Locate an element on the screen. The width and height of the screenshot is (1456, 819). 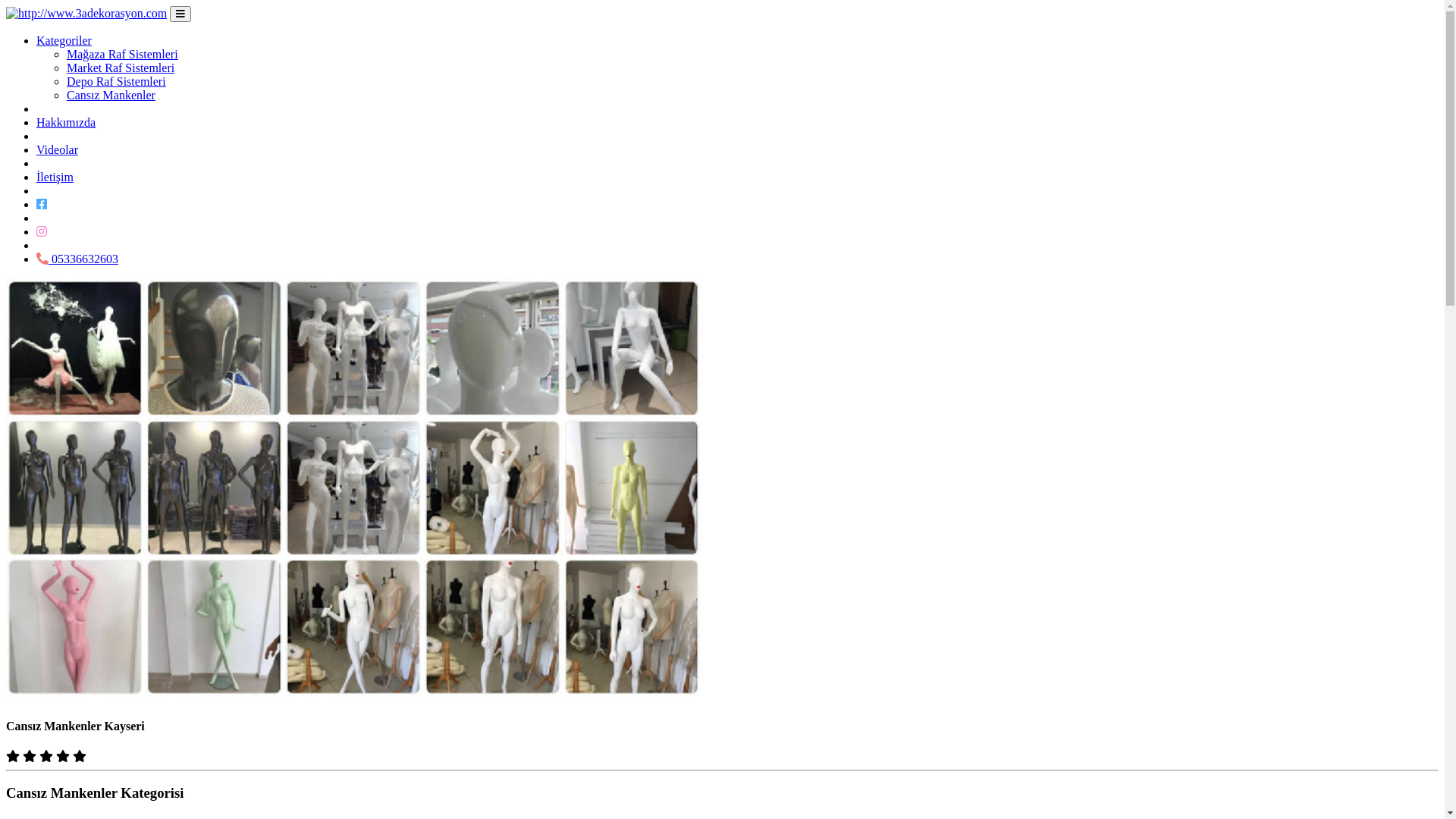
'Market Raf Sistemleri' is located at coordinates (119, 67).